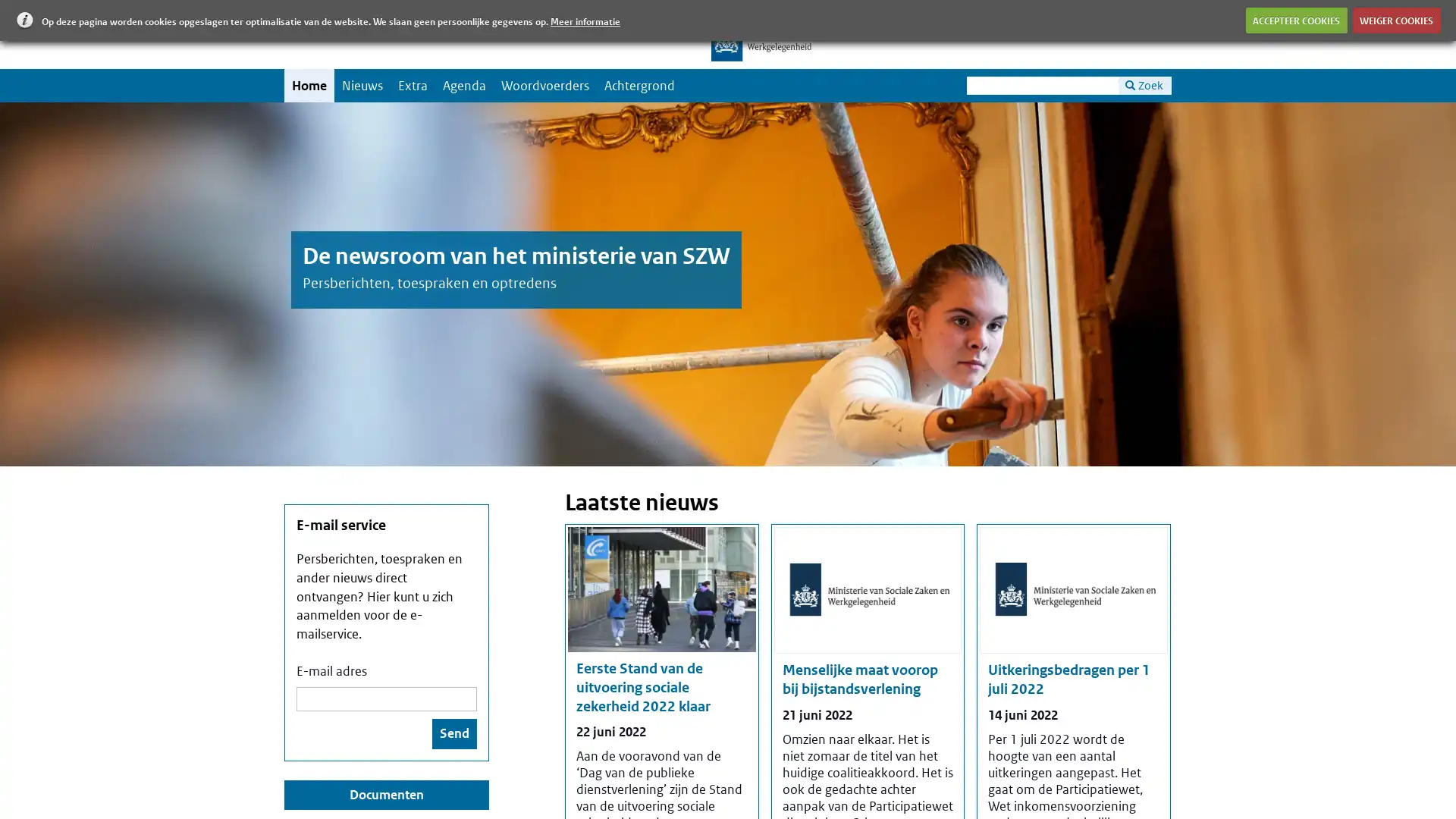 This screenshot has height=819, width=1456. What do you see at coordinates (1145, 84) in the screenshot?
I see `Zoek` at bounding box center [1145, 84].